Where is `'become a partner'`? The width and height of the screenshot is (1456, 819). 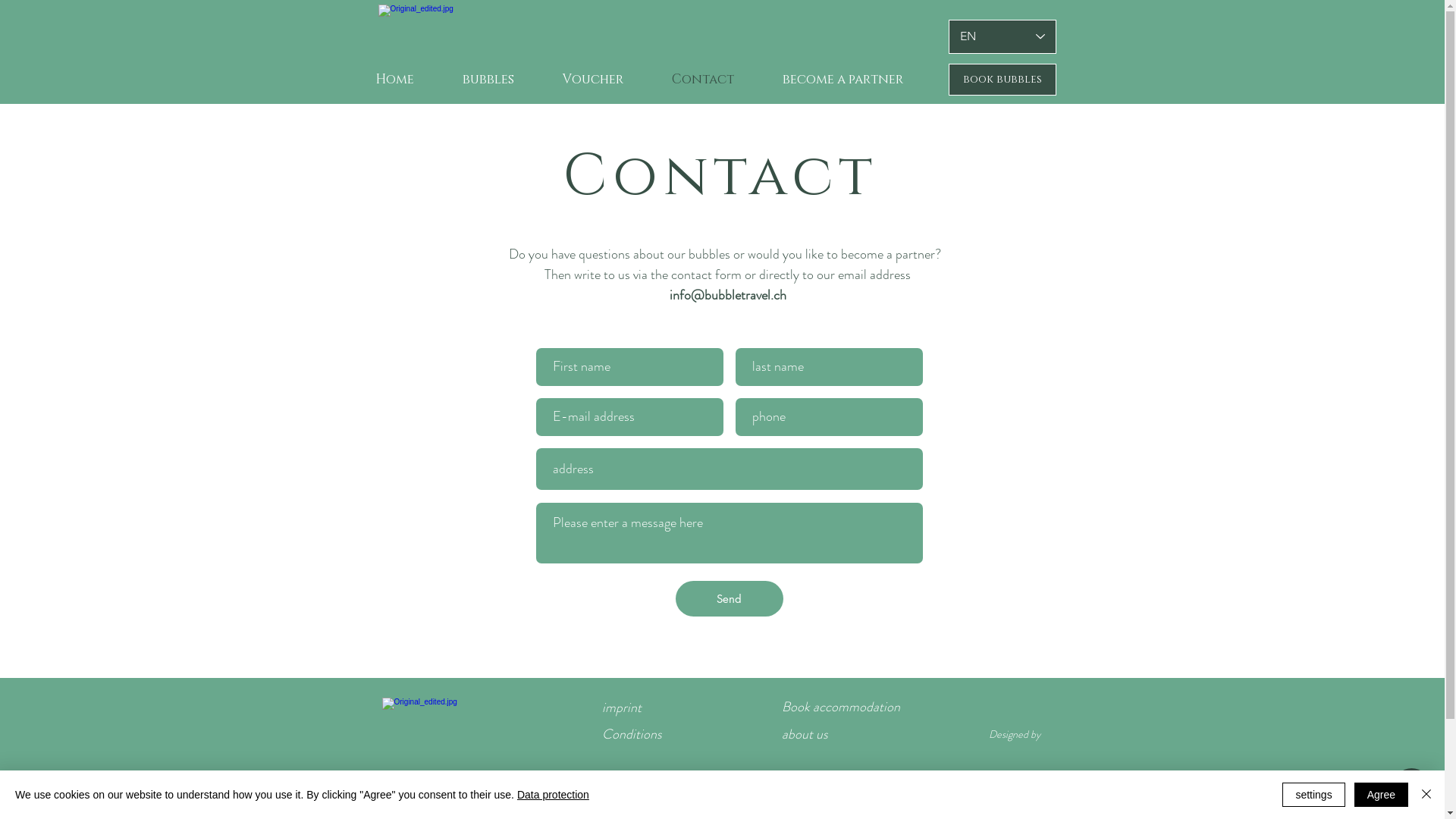 'become a partner' is located at coordinates (842, 79).